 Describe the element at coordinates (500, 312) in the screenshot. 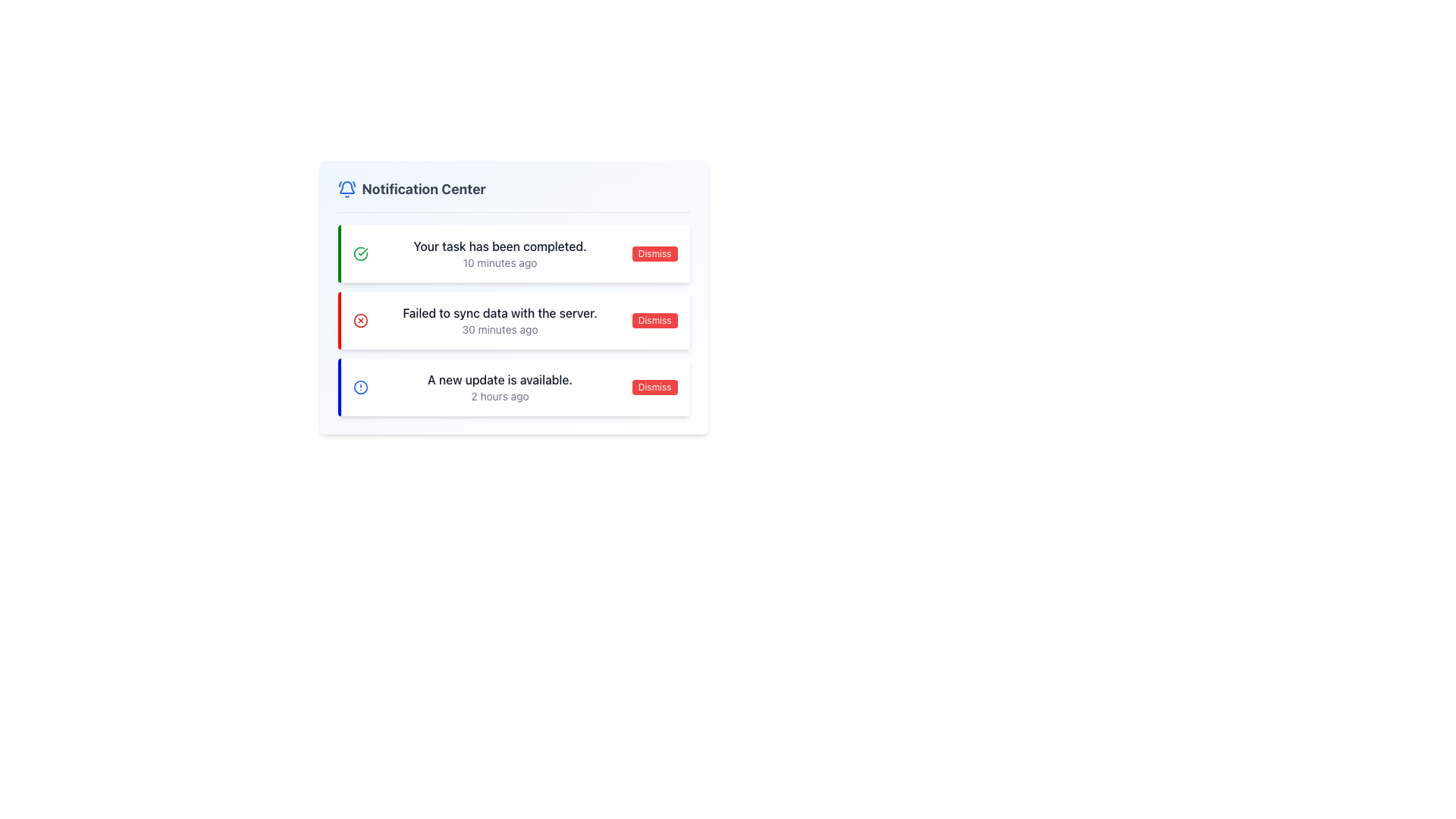

I see `message displayed in the Text Label that informs the user about a specific failure in synchronizing data with the server, located above the '30 minutes ago' text and next to an icon and 'Dismiss' button` at that location.